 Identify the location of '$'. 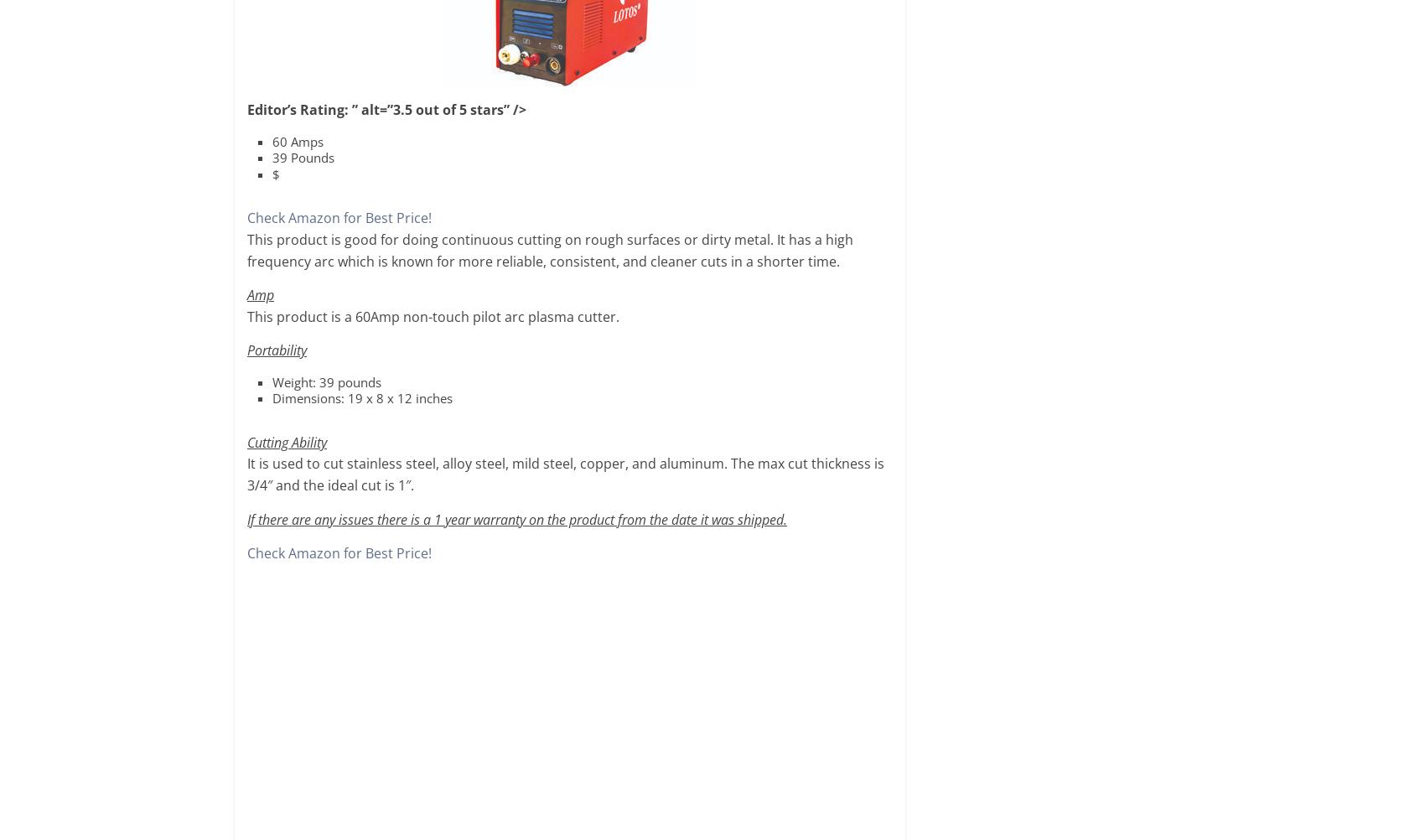
(275, 174).